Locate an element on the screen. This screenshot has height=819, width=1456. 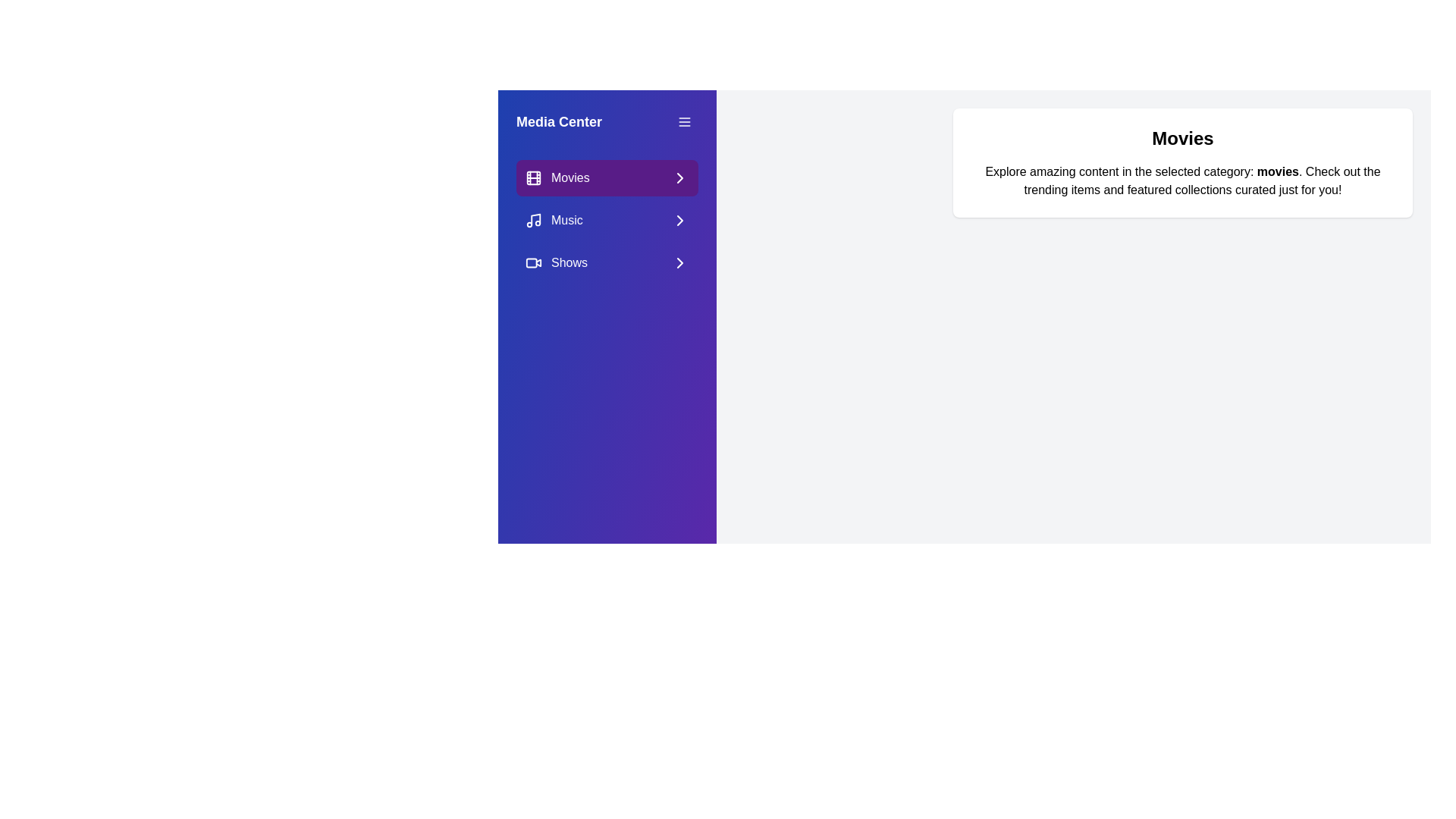
bolded text emphasizing the category 'movies' located towards the end of a sentence in the descriptive statement box on the right portion of the interface is located at coordinates (1277, 171).